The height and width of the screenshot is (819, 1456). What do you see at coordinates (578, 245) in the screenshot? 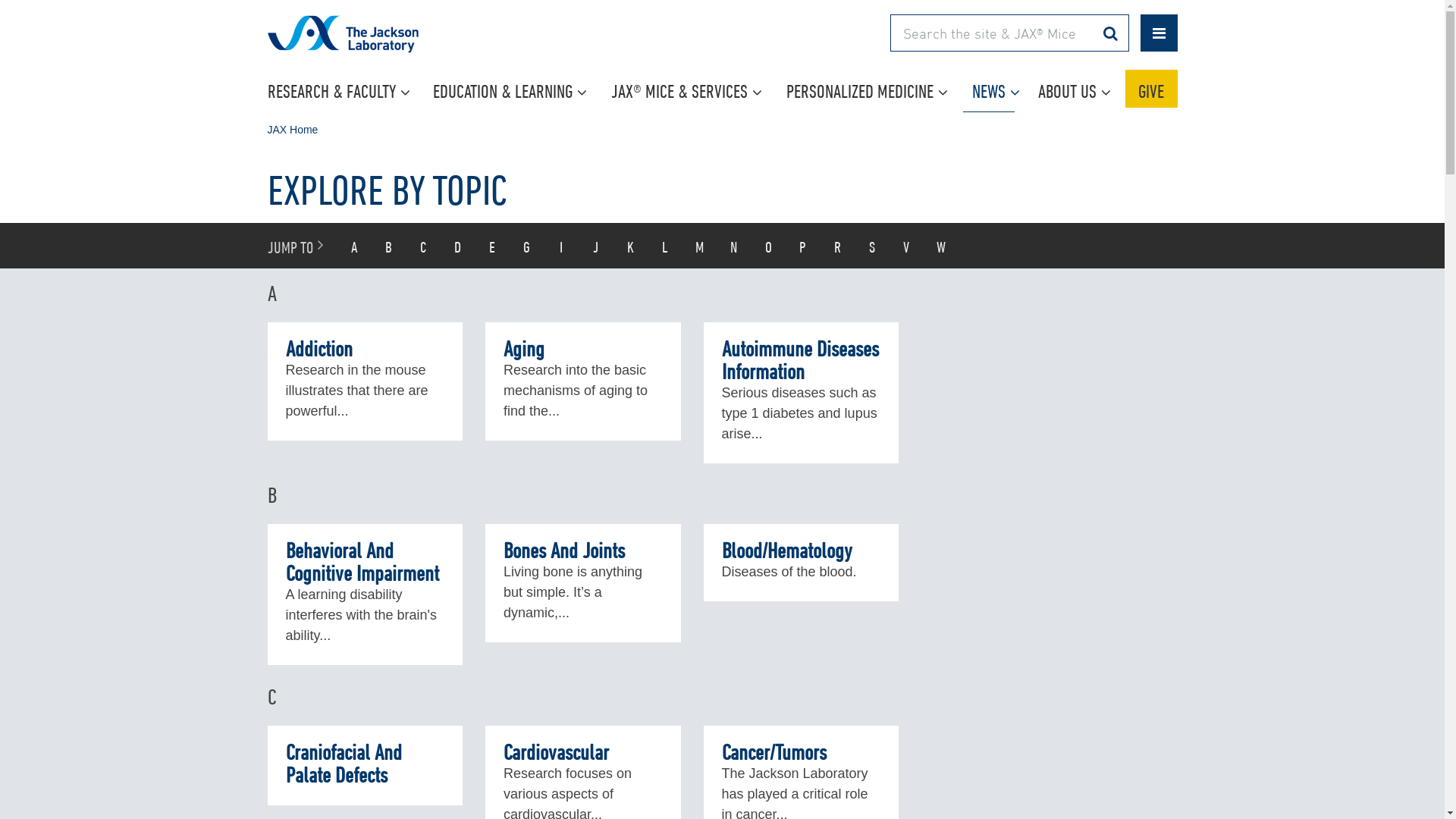
I see `'J'` at bounding box center [578, 245].